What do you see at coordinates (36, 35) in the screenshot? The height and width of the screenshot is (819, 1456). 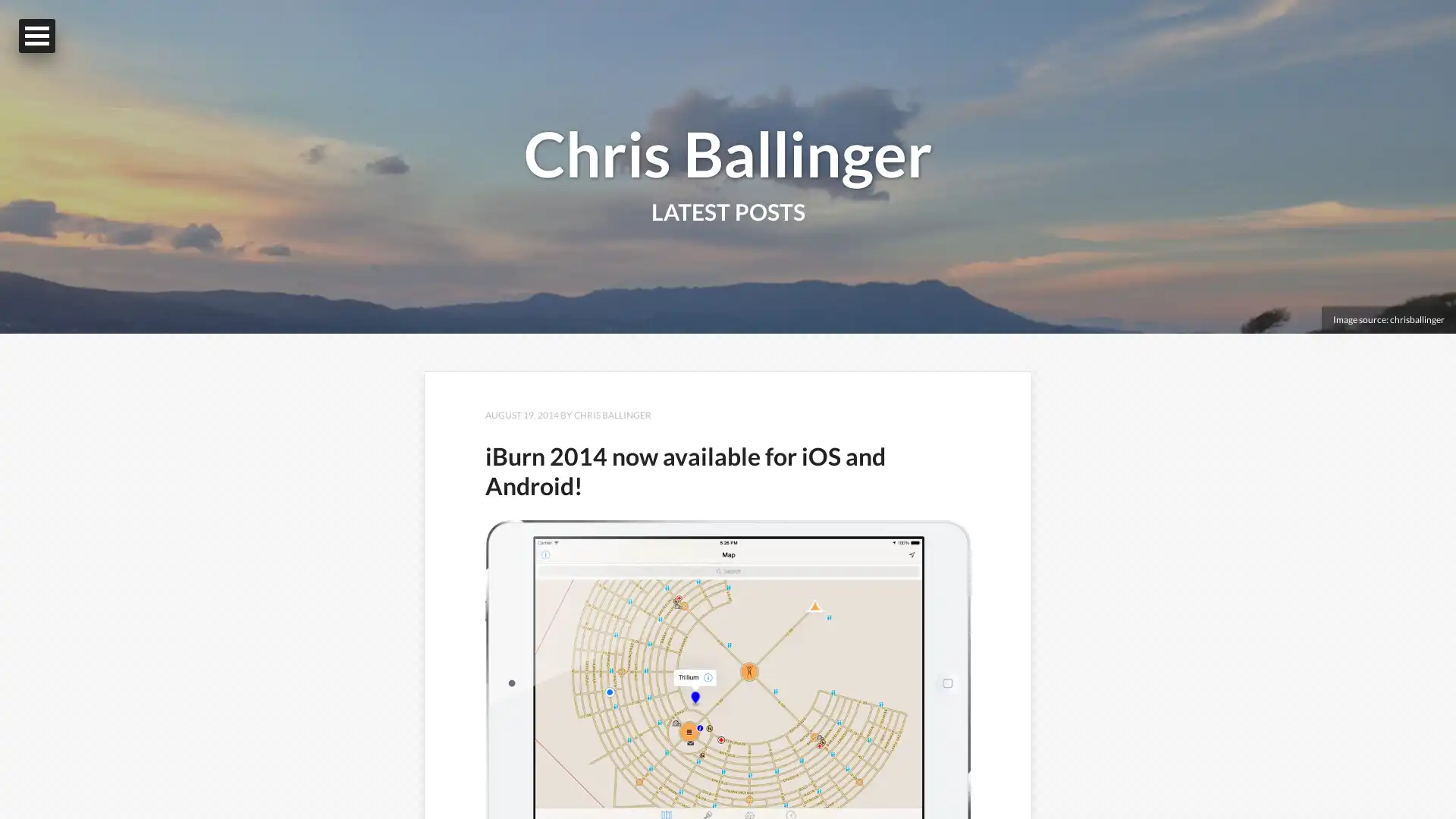 I see `Open Menu` at bounding box center [36, 35].